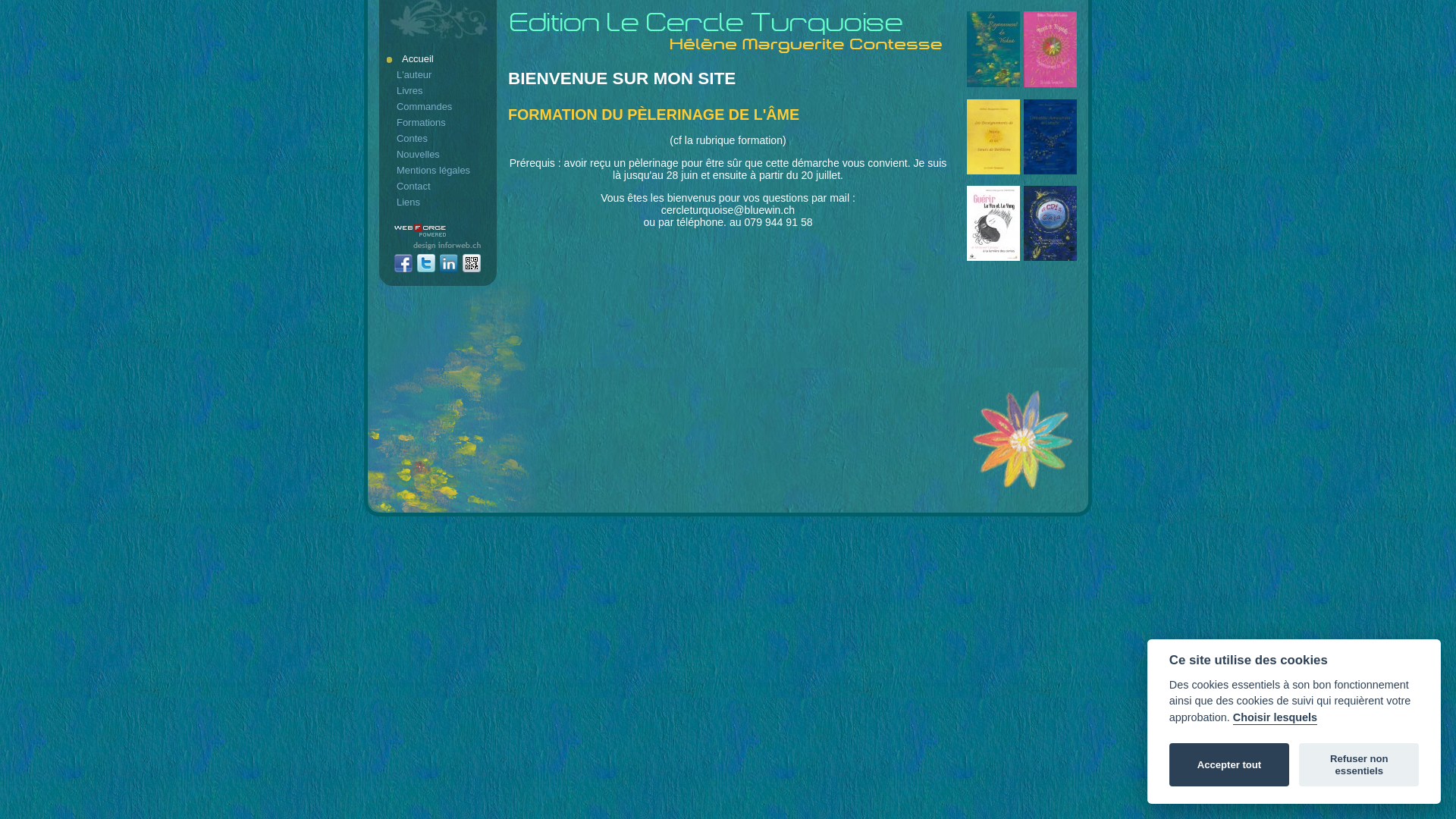  Describe the element at coordinates (394, 231) in the screenshot. I see `'Modifier son site internet avec WebForge'` at that location.